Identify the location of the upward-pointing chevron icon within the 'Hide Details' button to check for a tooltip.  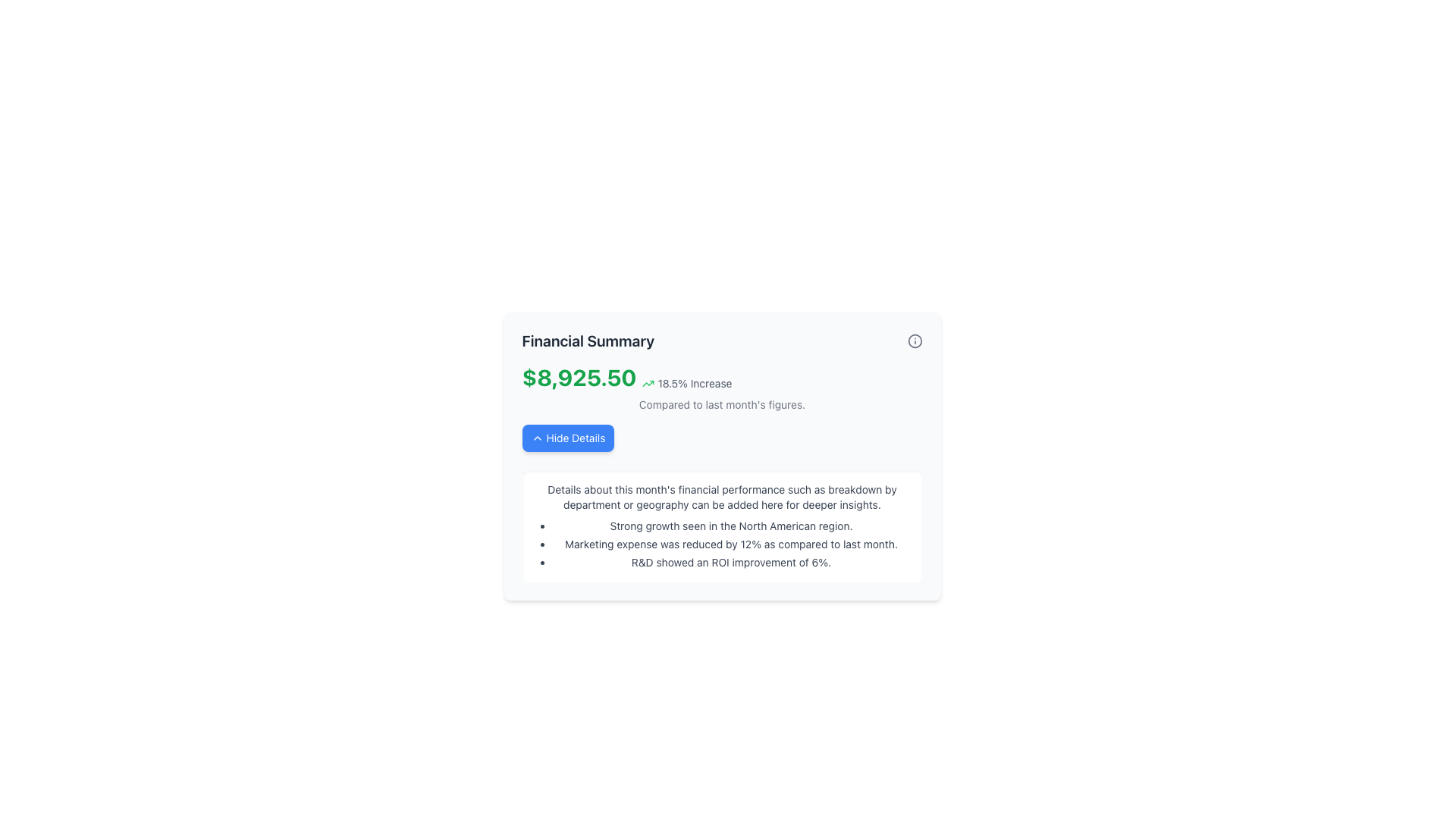
(537, 438).